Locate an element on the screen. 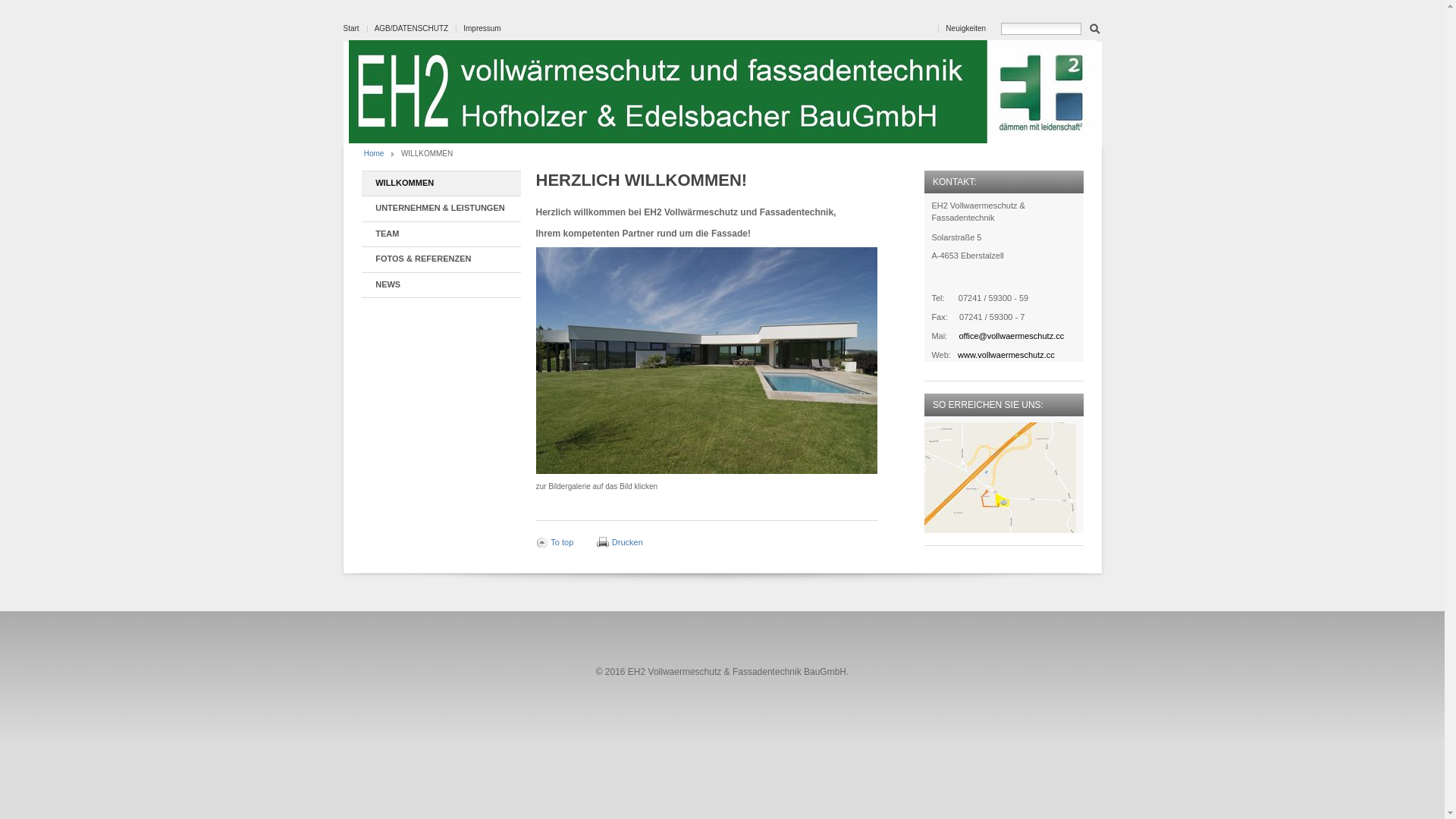 The width and height of the screenshot is (1456, 819). 'zur Bildergalerie auf das Bild klicken' is located at coordinates (705, 360).